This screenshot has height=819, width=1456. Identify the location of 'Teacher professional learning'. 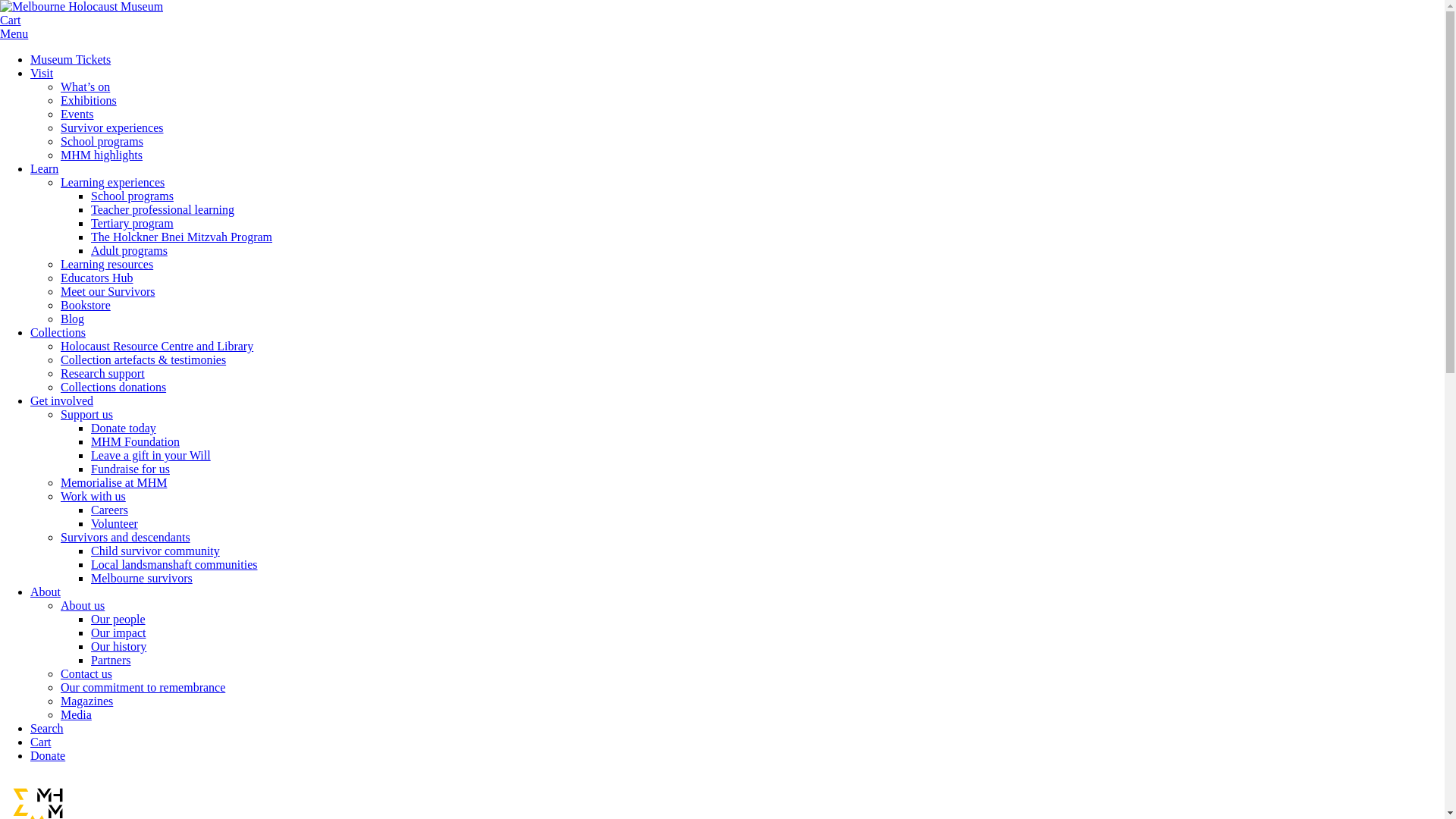
(162, 209).